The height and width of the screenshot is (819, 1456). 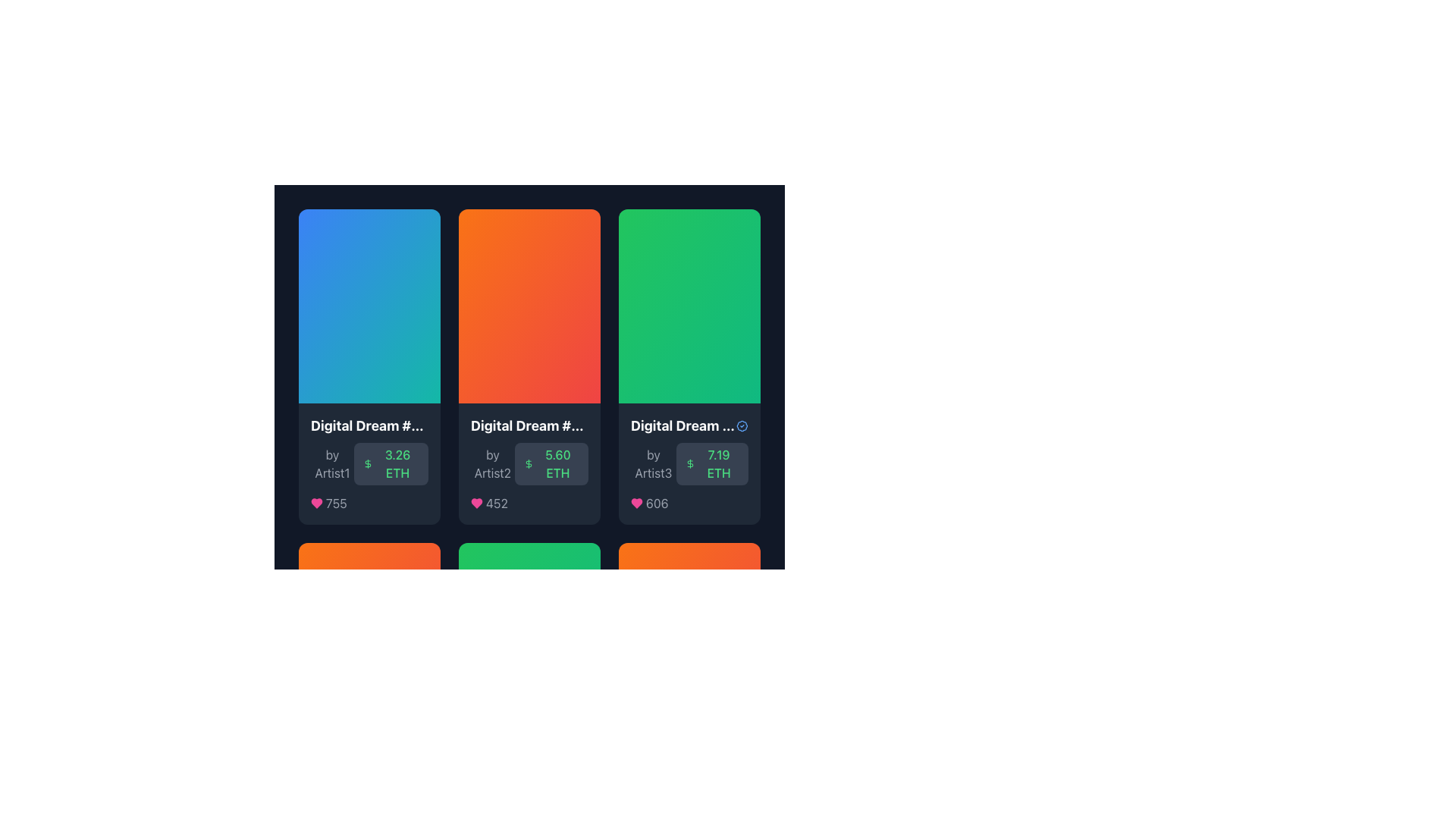 I want to click on the decorative rectangular background element with a smooth gradient transitioning from orange to red, located at the upper section of the interactive card displaying digital artwork details, so click(x=369, y=640).